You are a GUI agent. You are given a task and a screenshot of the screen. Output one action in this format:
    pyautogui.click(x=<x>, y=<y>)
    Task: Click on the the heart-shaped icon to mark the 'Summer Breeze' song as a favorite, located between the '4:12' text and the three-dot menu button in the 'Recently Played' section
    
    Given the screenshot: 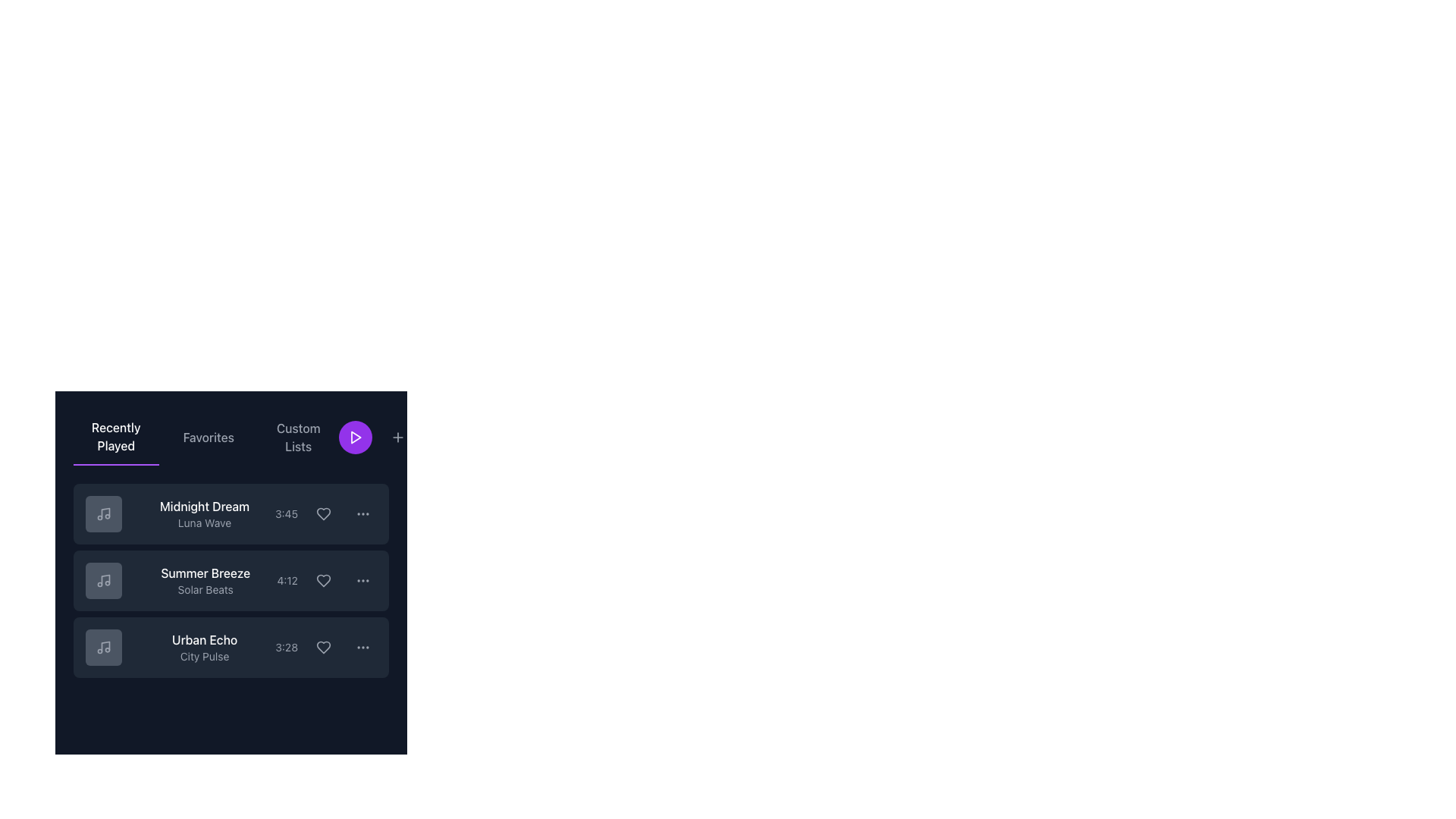 What is the action you would take?
    pyautogui.click(x=326, y=580)
    